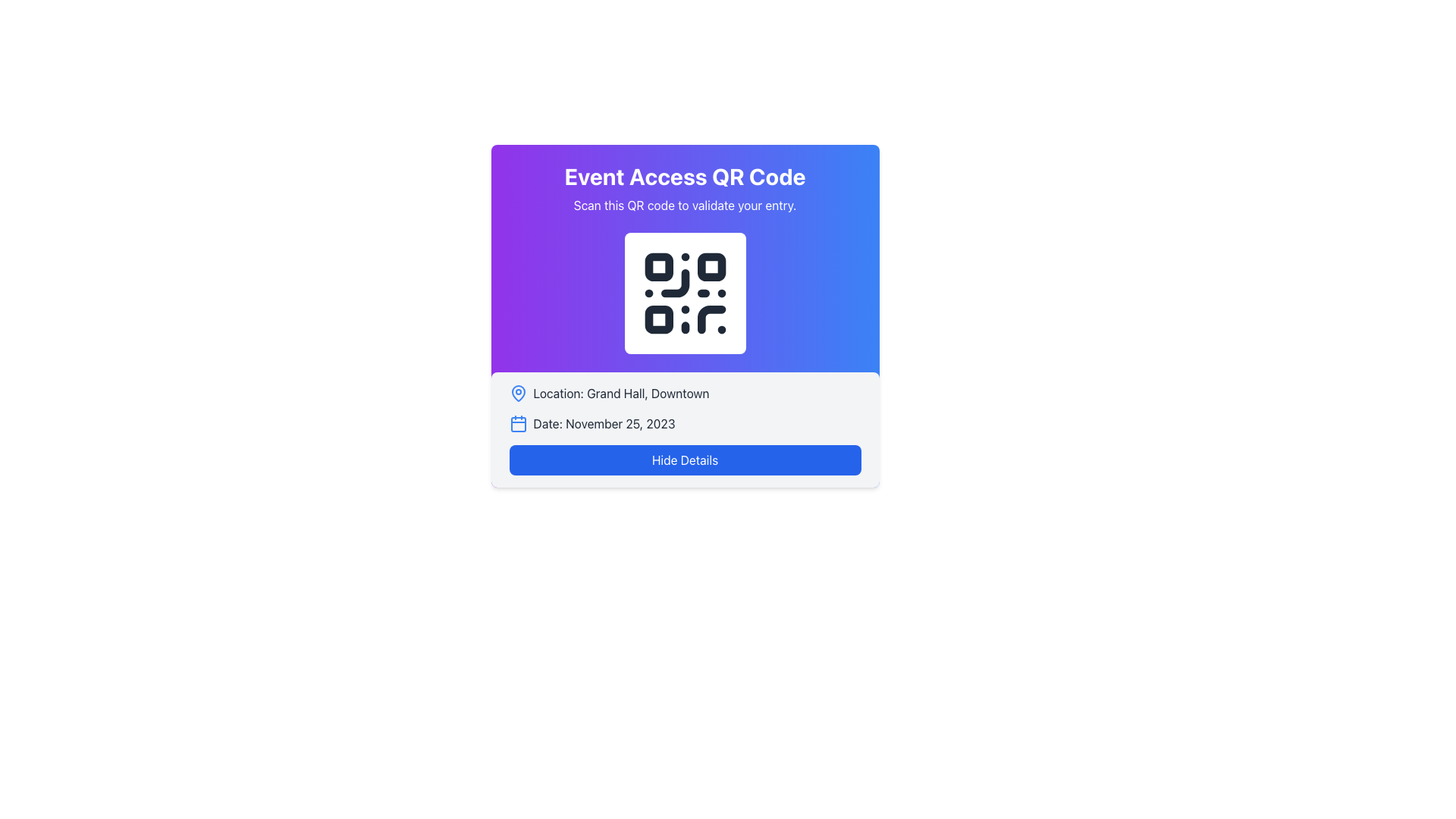 Image resolution: width=1456 pixels, height=819 pixels. What do you see at coordinates (518, 424) in the screenshot?
I see `the central rectangular shape inside the calendar icon, which is located to the left of the textual label 'Date: November 25, 2023'` at bounding box center [518, 424].